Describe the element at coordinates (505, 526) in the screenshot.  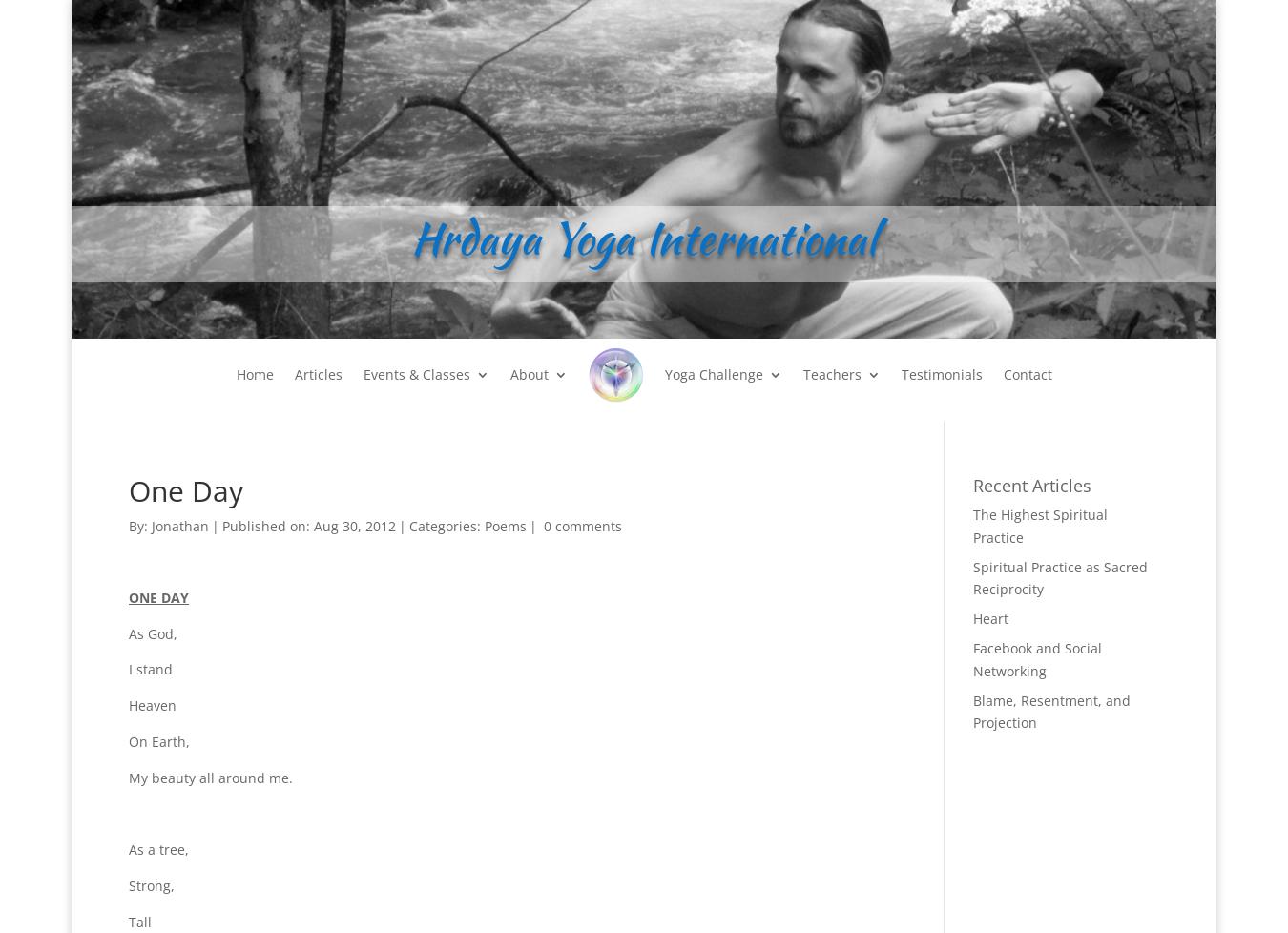
I see `'Poems'` at that location.